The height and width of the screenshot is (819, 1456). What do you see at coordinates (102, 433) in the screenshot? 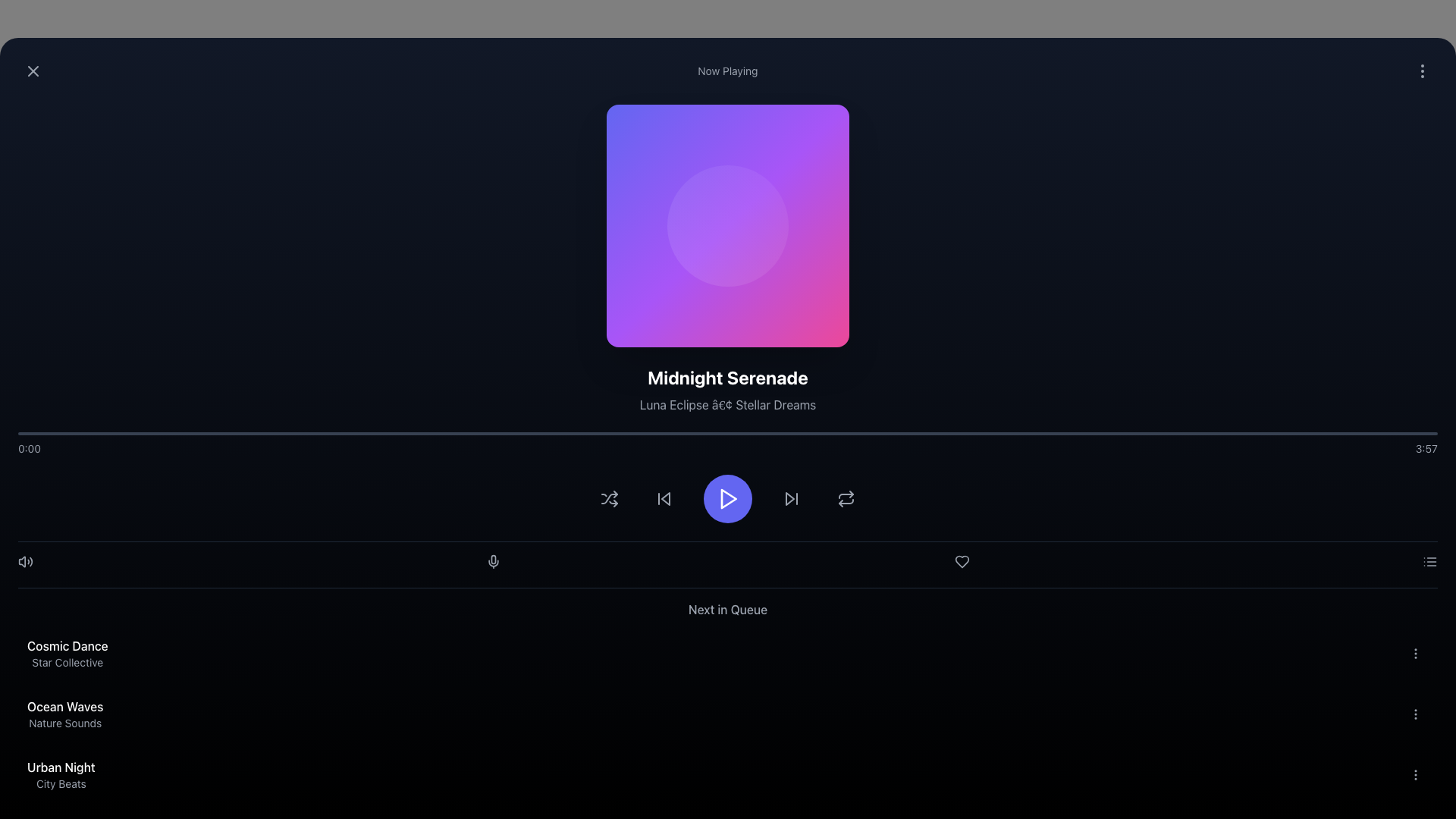
I see `the playback progress` at bounding box center [102, 433].